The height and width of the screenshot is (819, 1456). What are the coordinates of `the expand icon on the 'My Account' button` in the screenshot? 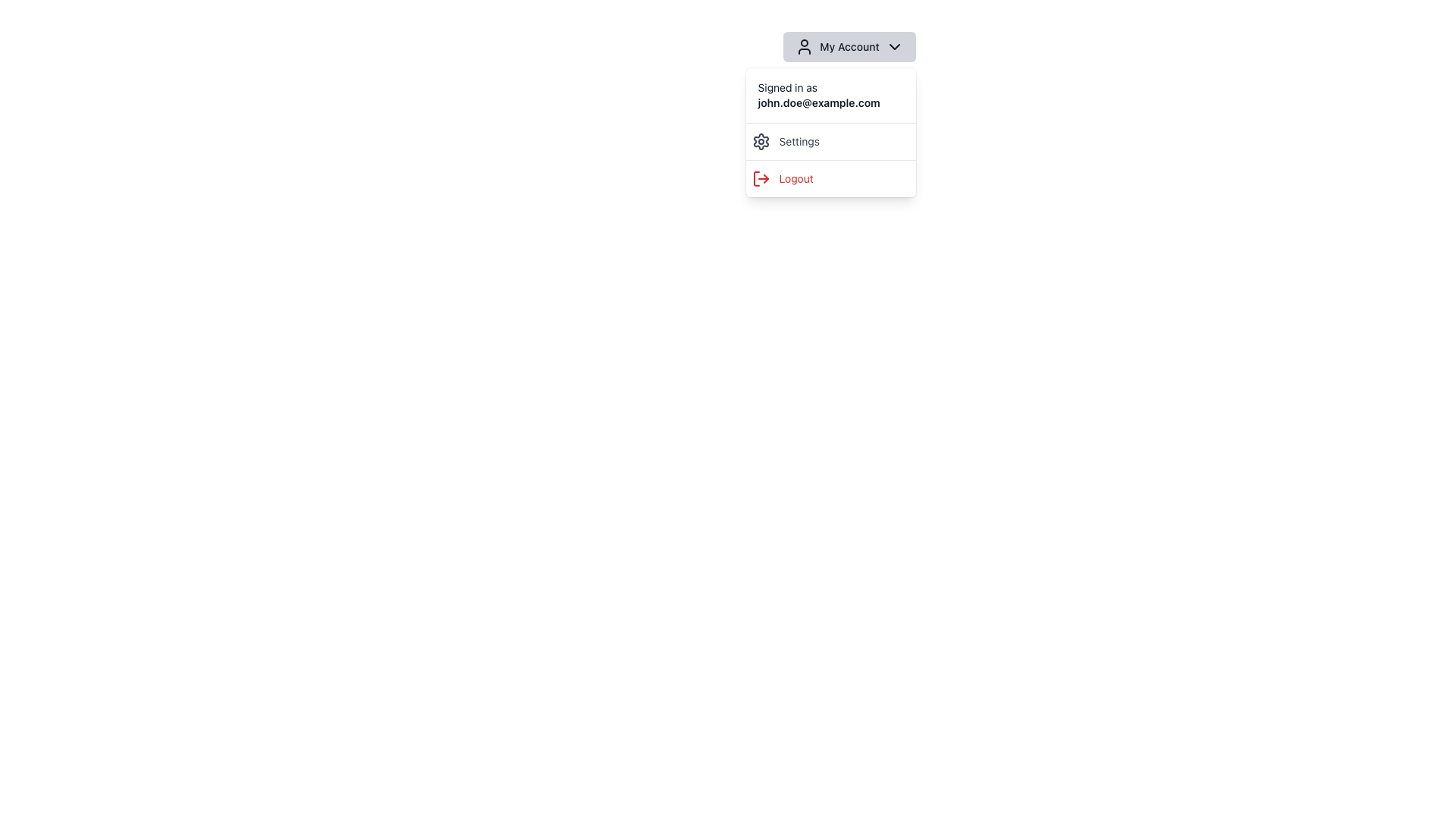 It's located at (894, 45).